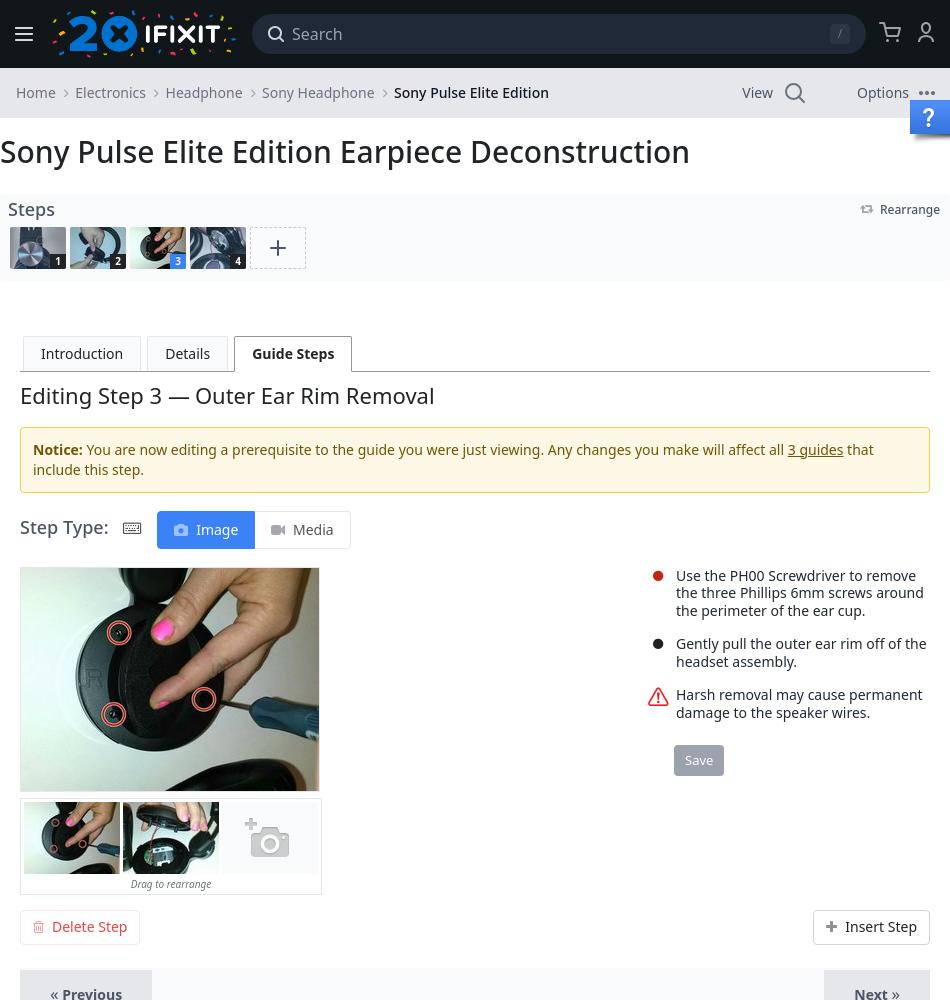 This screenshot has width=950, height=1000. I want to click on 'Headphone', so click(203, 91).